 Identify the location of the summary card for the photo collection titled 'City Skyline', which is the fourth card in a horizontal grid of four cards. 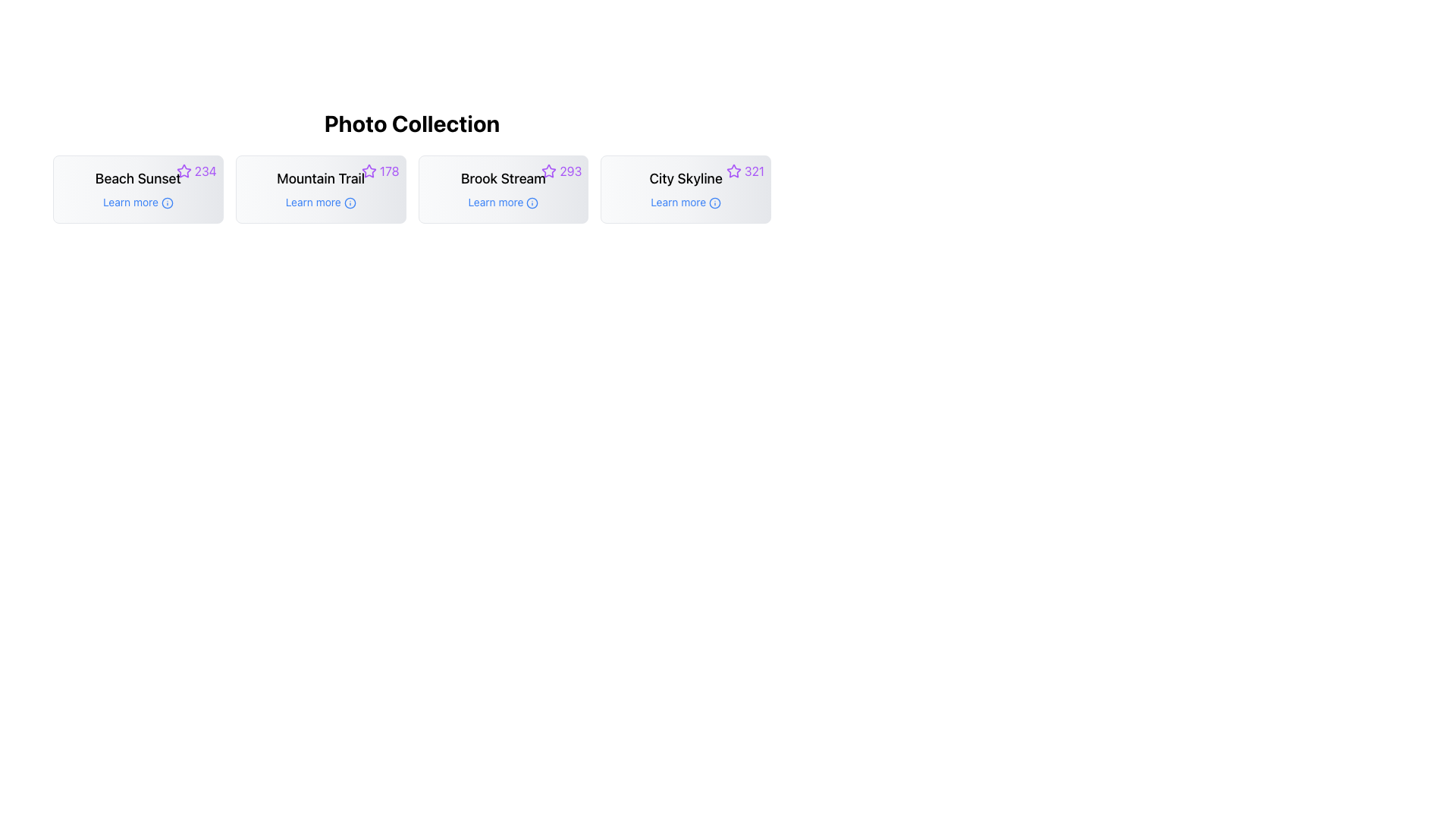
(685, 189).